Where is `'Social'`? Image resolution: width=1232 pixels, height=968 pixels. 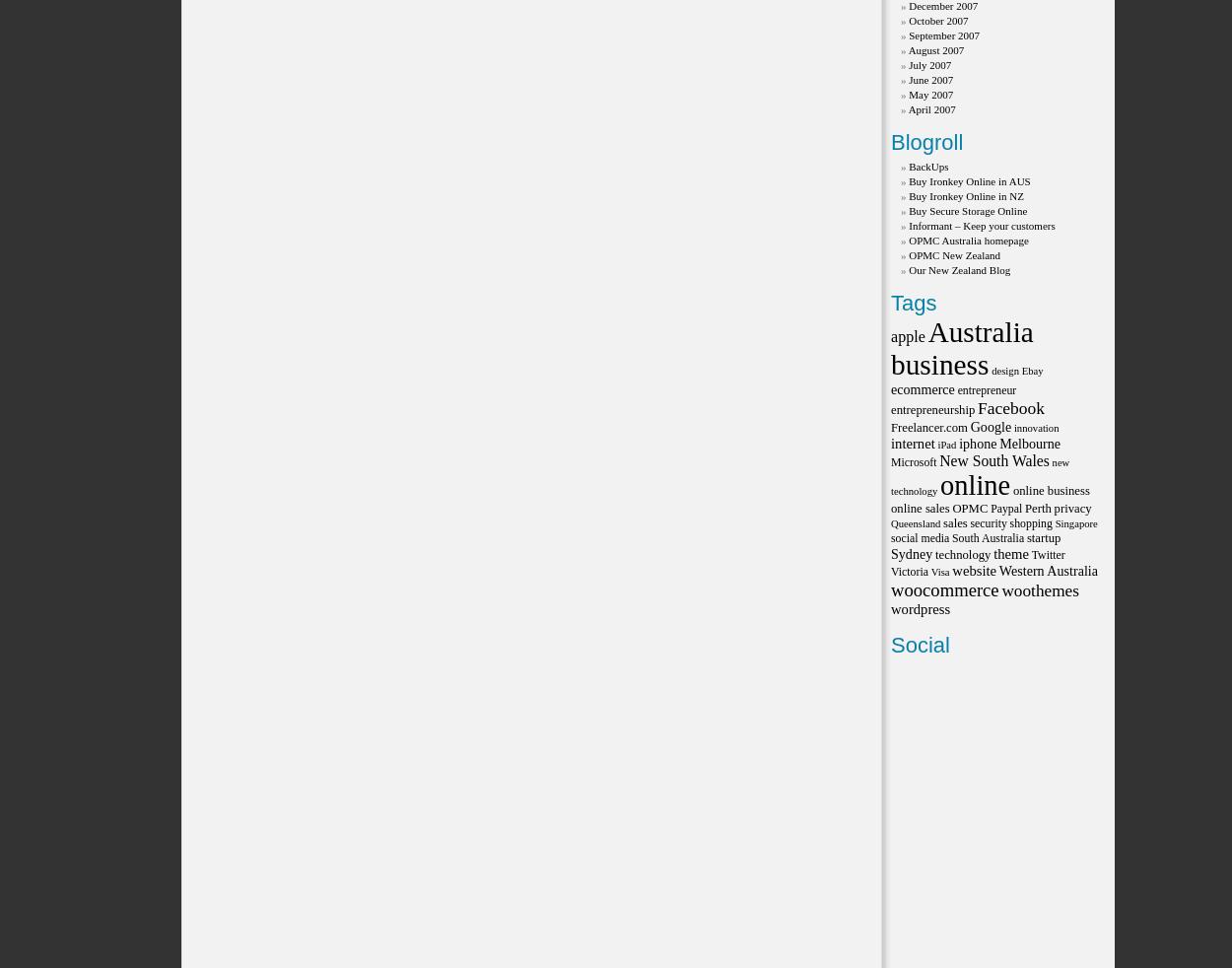 'Social' is located at coordinates (920, 644).